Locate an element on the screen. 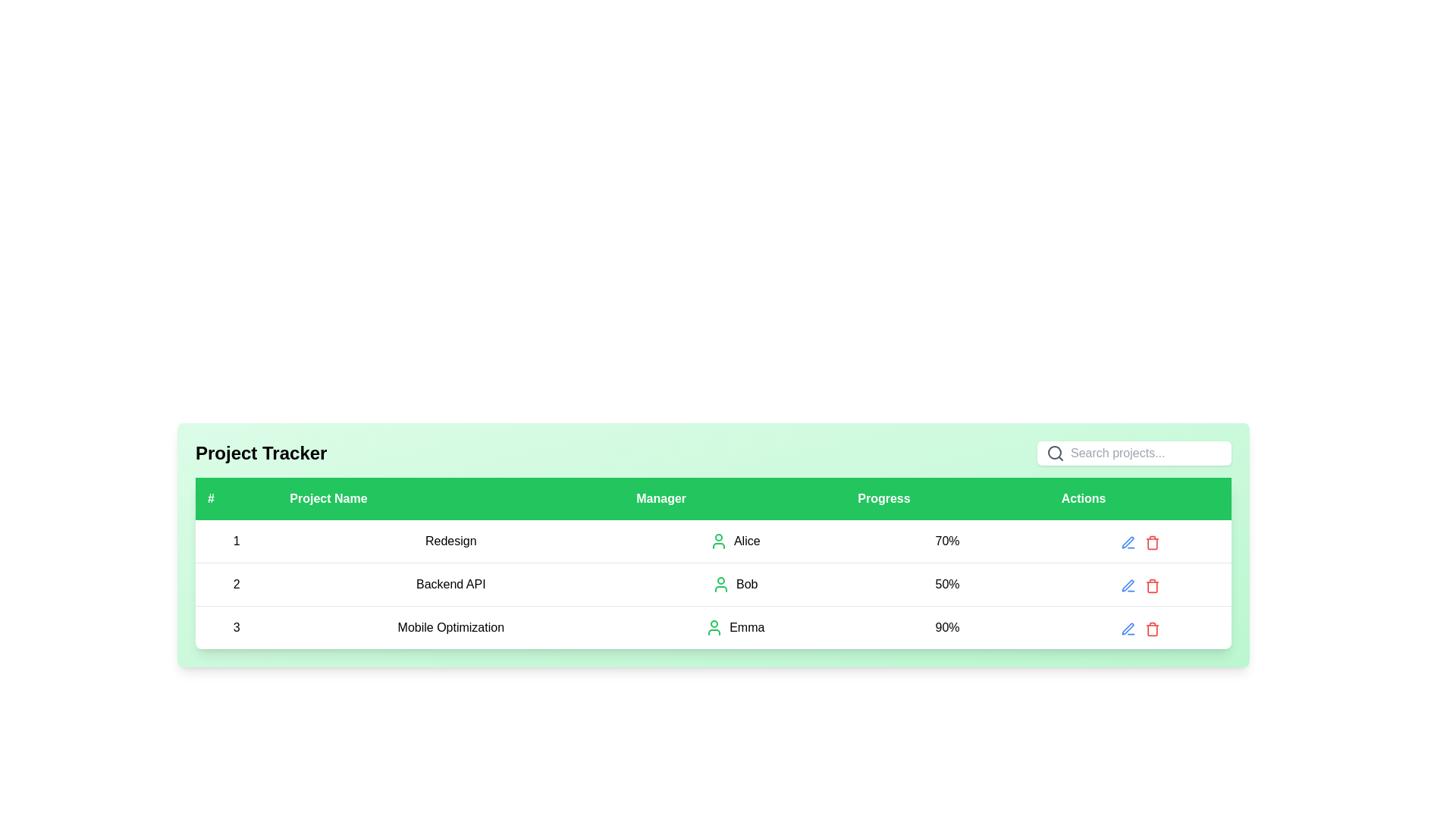 The width and height of the screenshot is (1456, 819). the red trash bin icon located at the rightmost position of the third project's action buttons is located at coordinates (1152, 542).